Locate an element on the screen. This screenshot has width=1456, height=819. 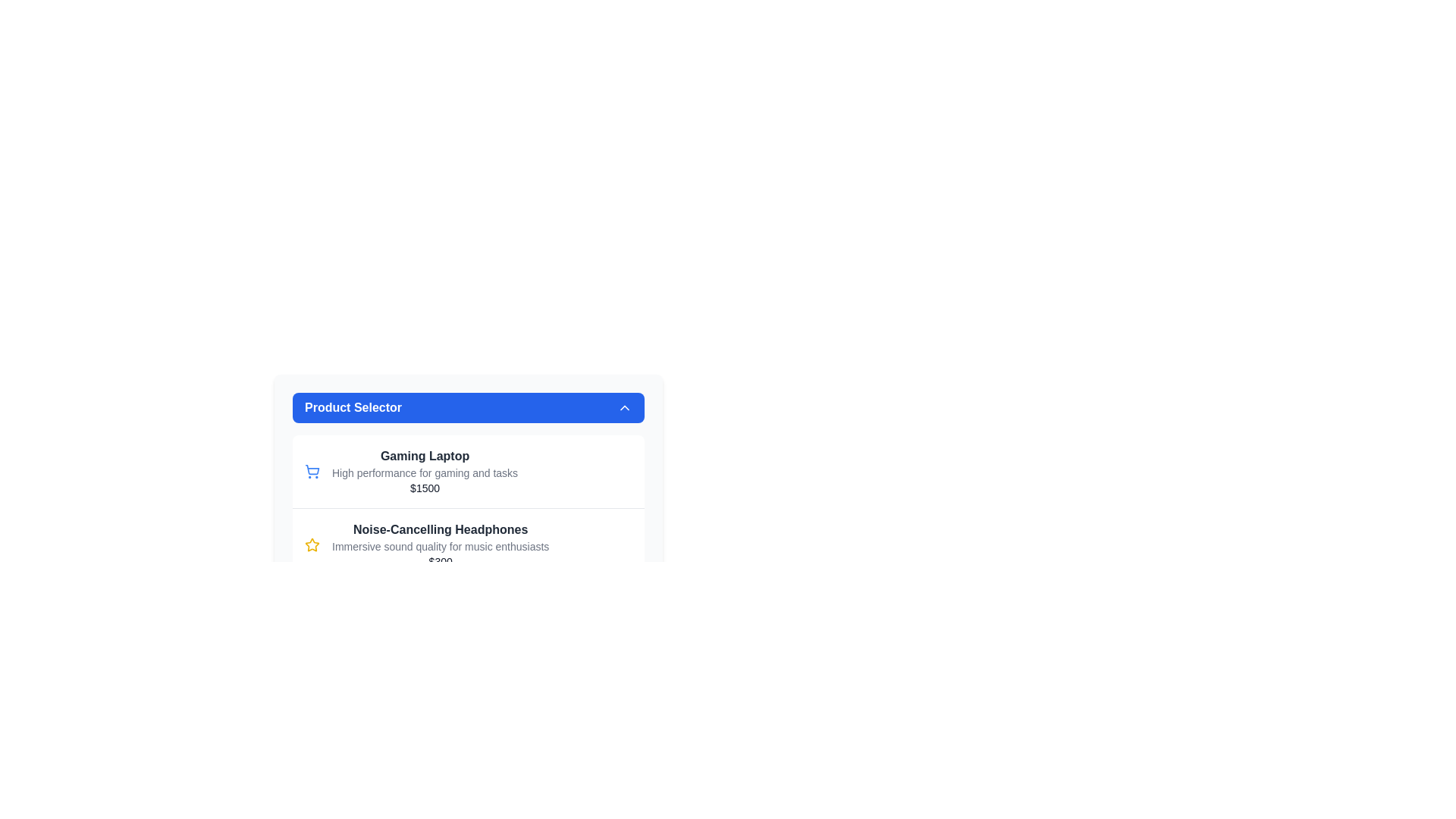
the star-shaped icon representing the rating or favorite indicator for the 'Noise-Cancelling Headphones' is located at coordinates (312, 544).